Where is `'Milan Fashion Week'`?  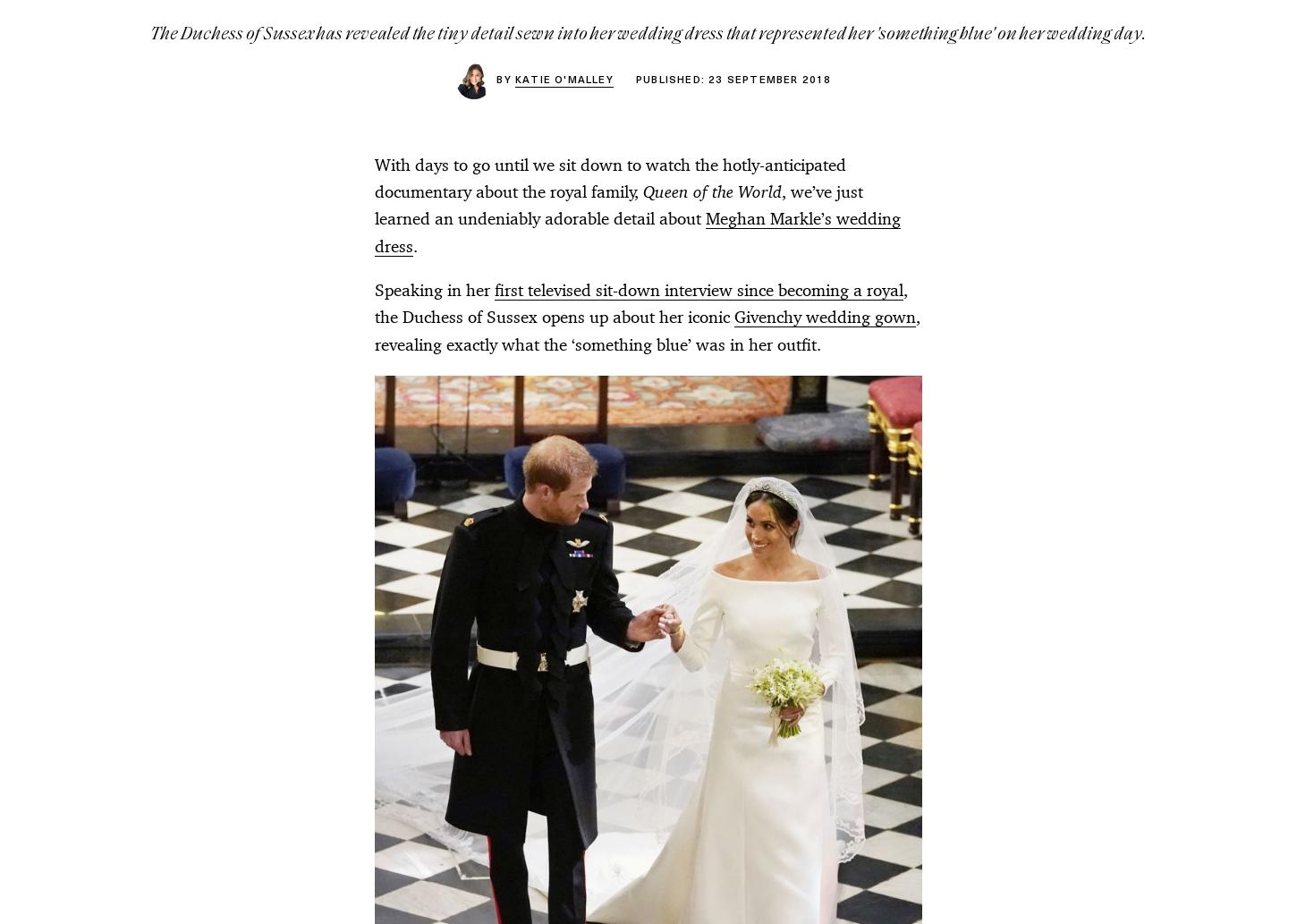 'Milan Fashion Week' is located at coordinates (712, 440).